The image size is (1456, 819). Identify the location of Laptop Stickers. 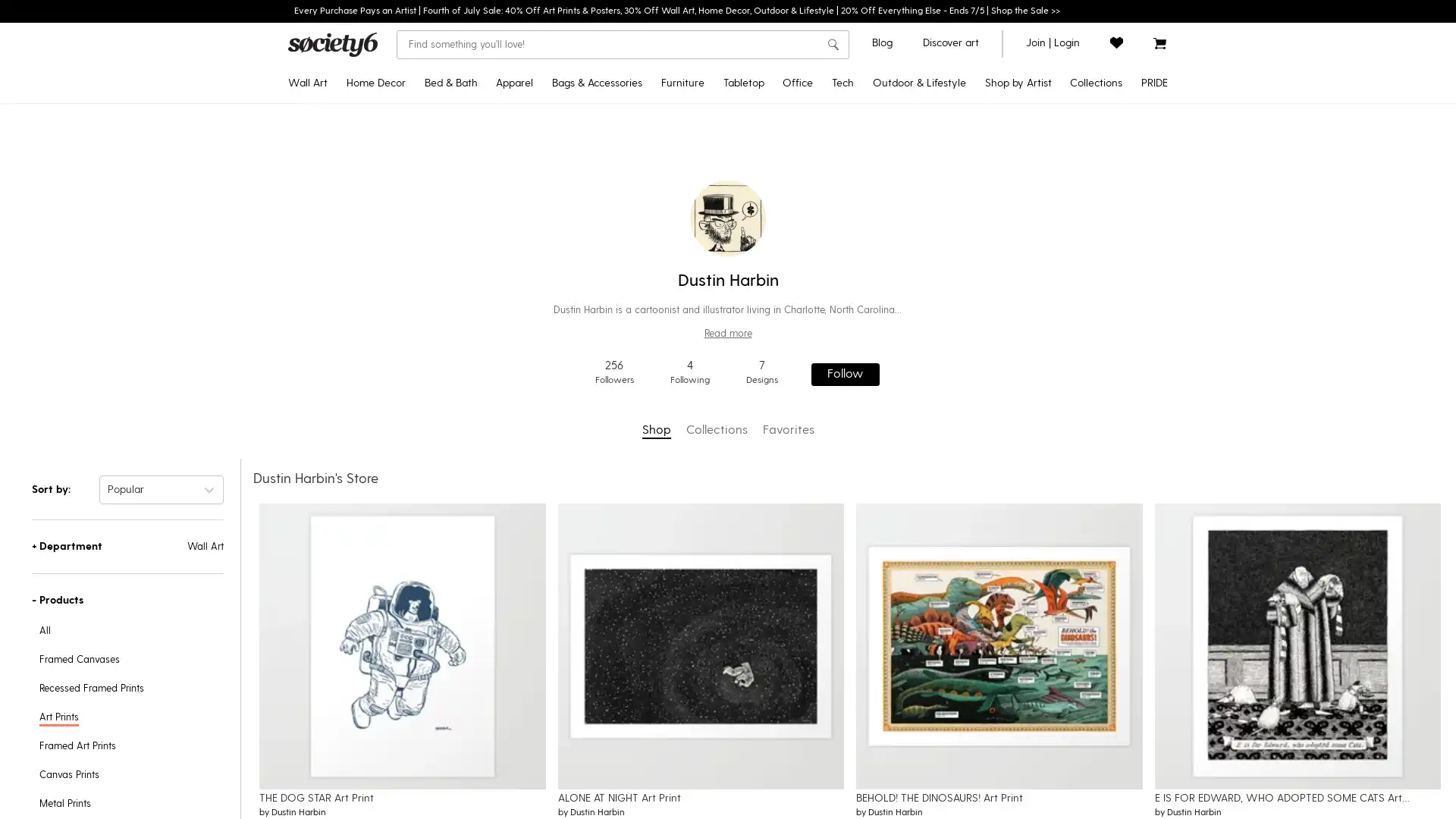
(896, 341).